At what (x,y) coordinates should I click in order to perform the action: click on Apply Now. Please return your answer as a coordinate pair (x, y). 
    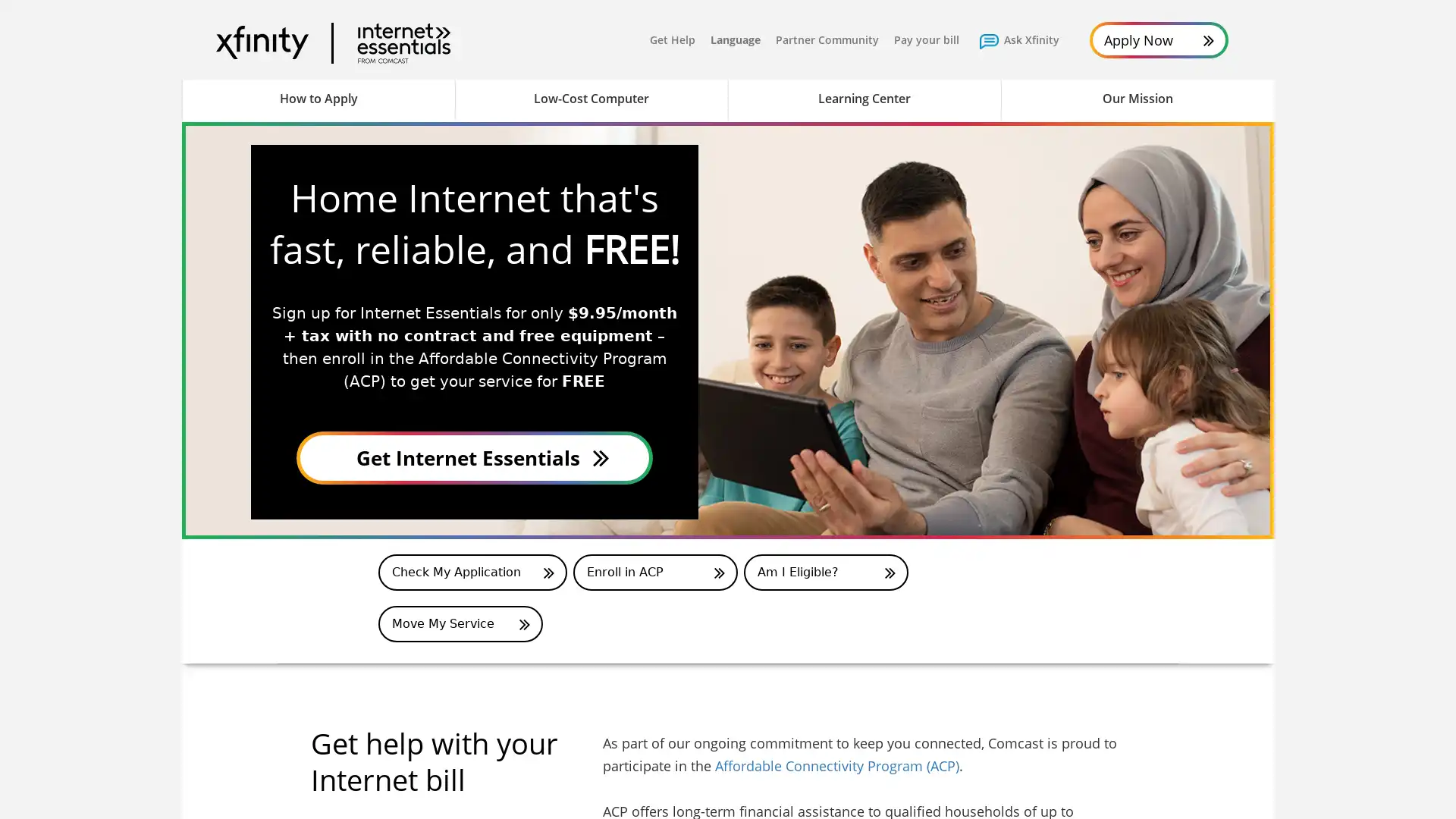
    Looking at the image, I should click on (1158, 39).